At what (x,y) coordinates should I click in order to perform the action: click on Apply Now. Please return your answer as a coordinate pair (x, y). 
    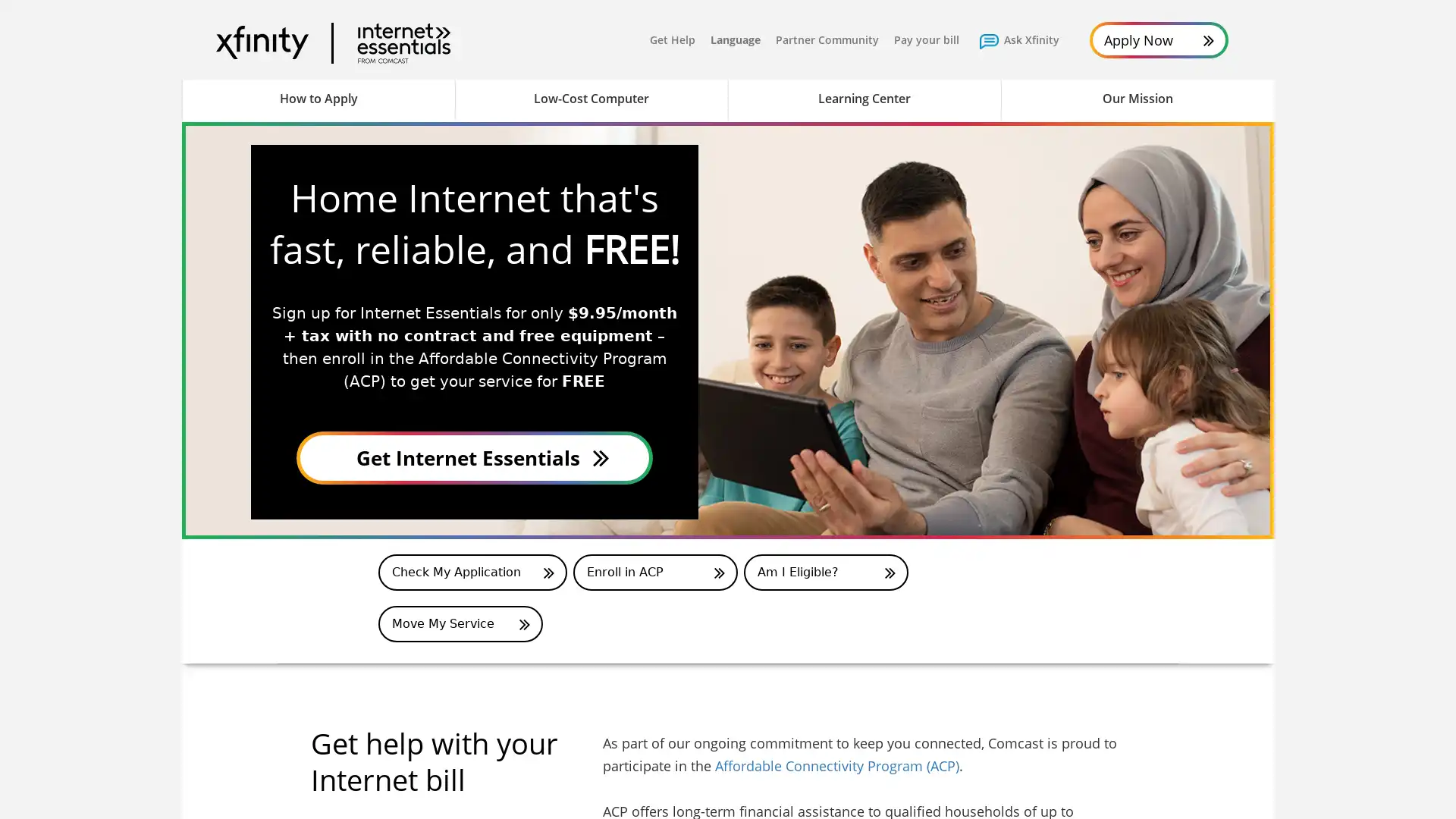
    Looking at the image, I should click on (1158, 39).